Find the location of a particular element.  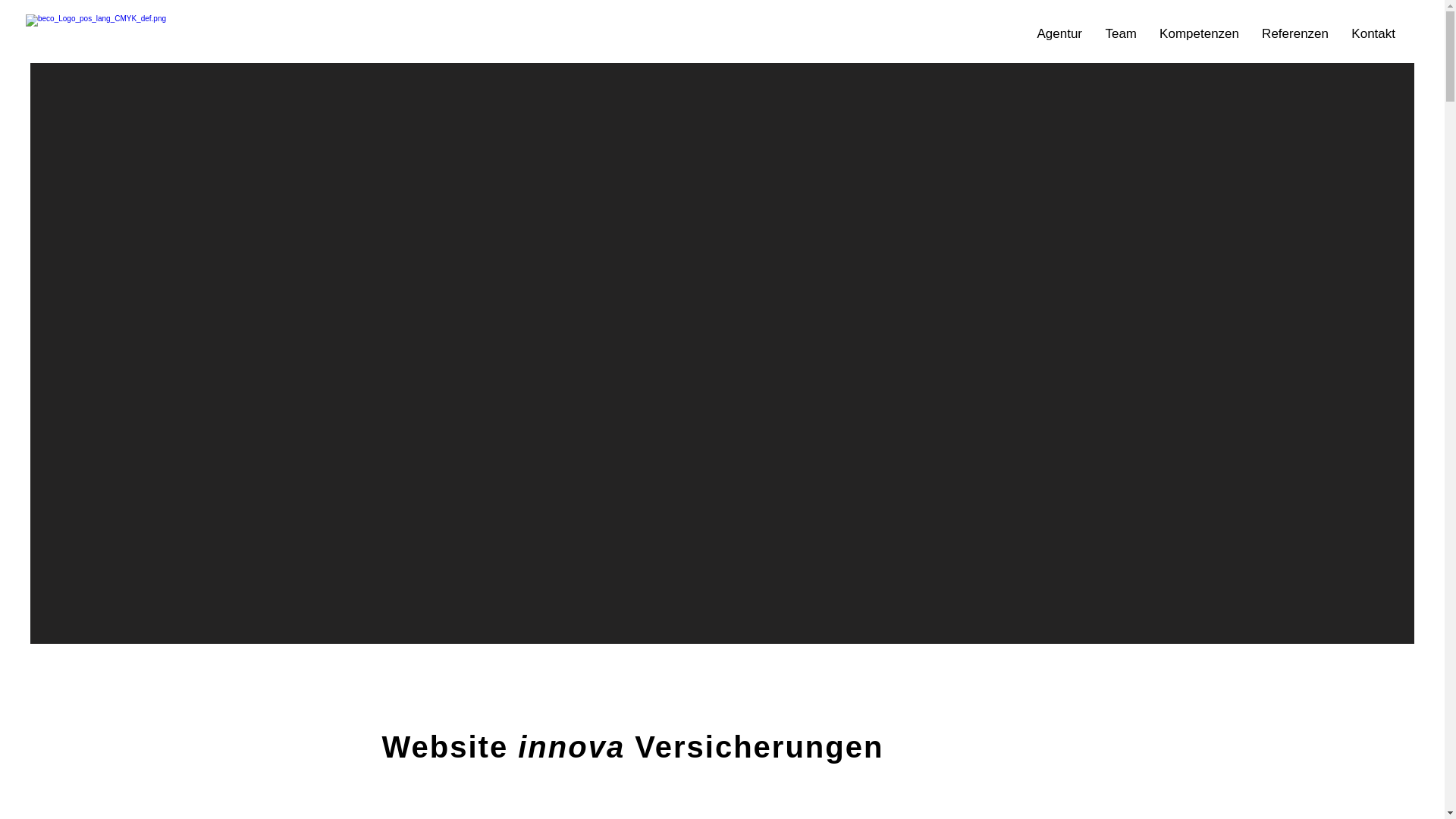

'Kompetenzen' is located at coordinates (1198, 34).